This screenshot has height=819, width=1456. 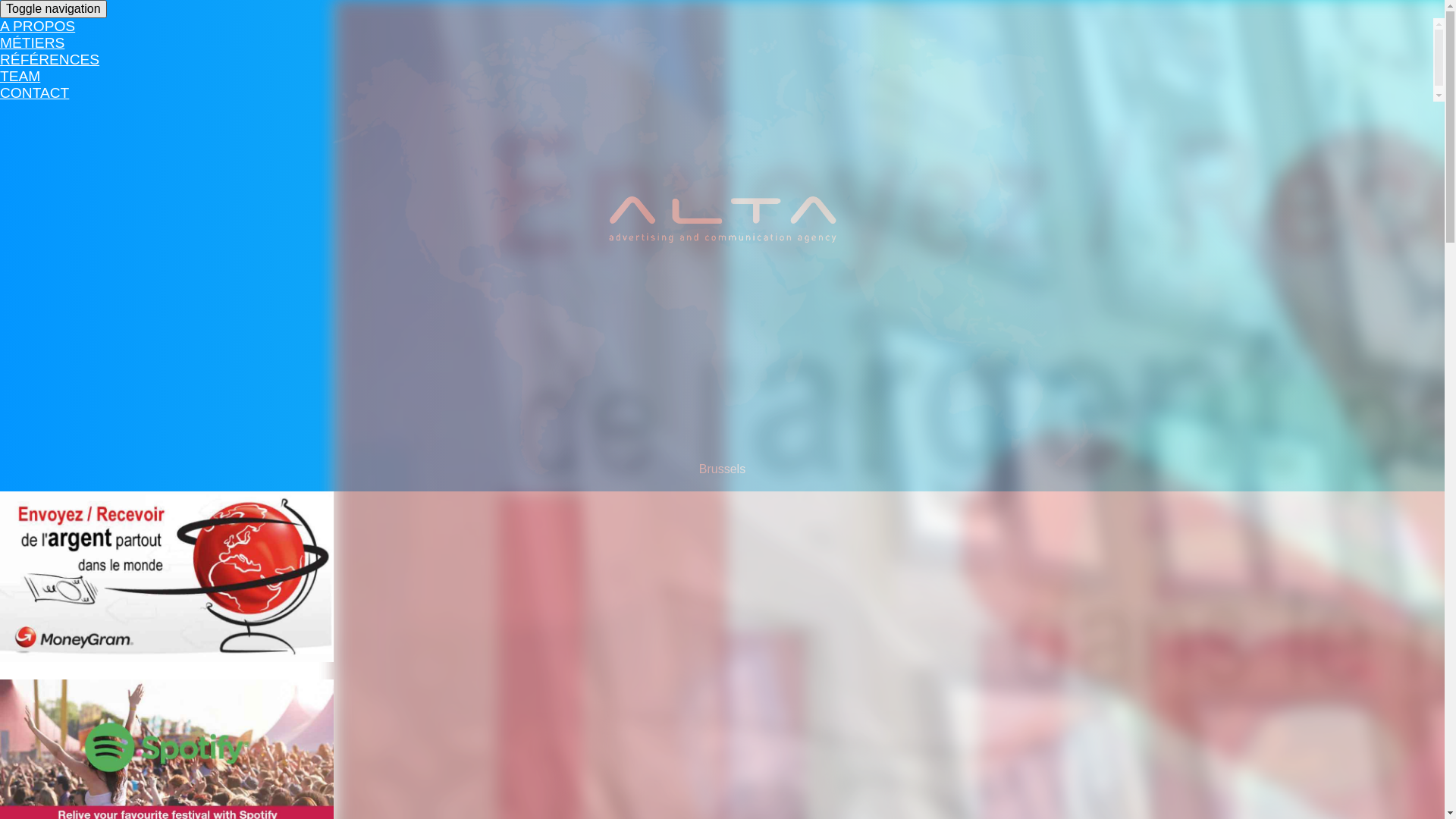 I want to click on 'Toggle navigation', so click(x=53, y=8).